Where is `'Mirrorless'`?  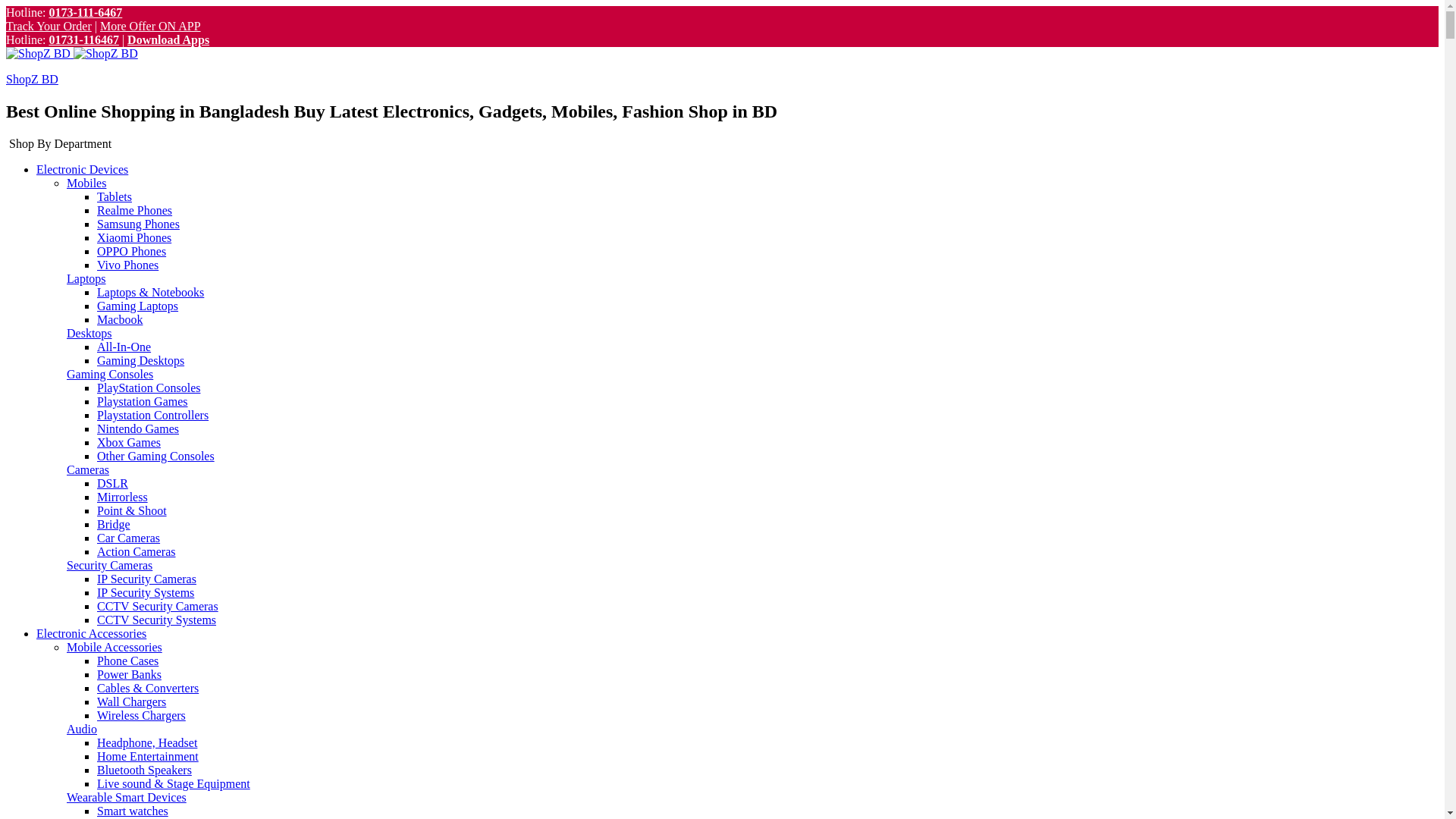 'Mirrorless' is located at coordinates (96, 497).